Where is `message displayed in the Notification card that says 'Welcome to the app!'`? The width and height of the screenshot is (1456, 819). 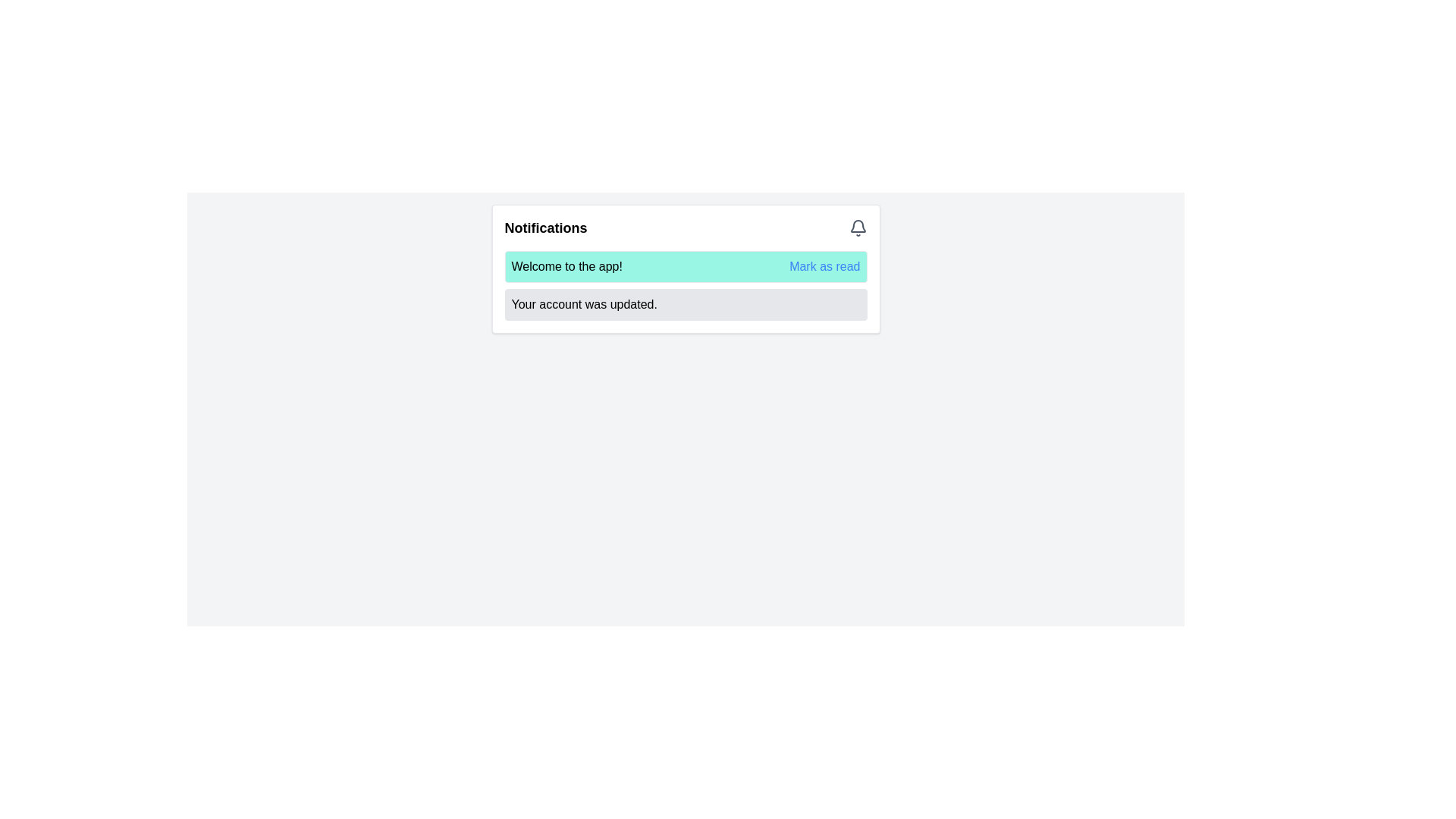 message displayed in the Notification card that says 'Welcome to the app!' is located at coordinates (685, 265).